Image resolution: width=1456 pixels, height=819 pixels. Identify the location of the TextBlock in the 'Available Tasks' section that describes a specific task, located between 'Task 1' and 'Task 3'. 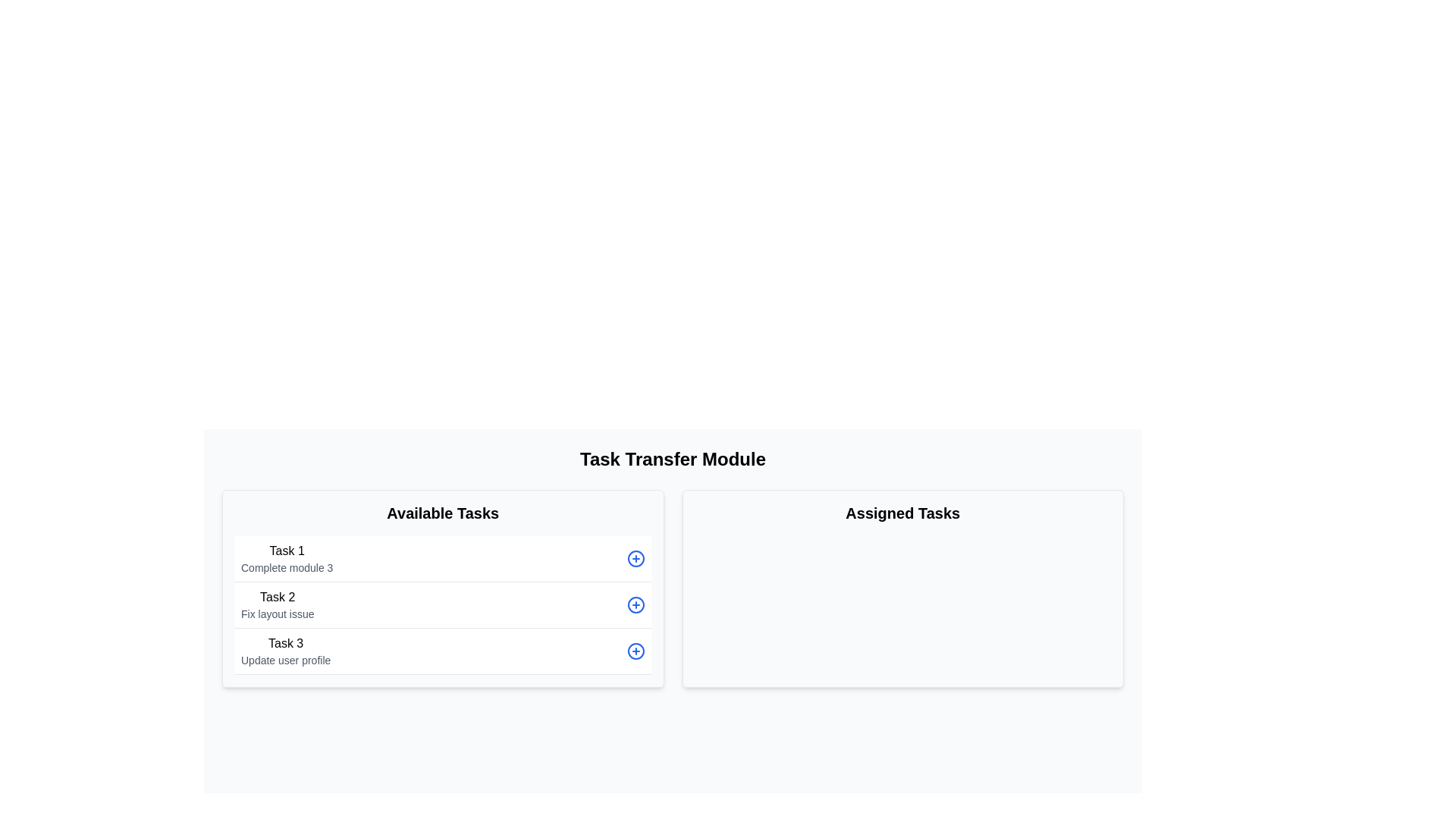
(278, 604).